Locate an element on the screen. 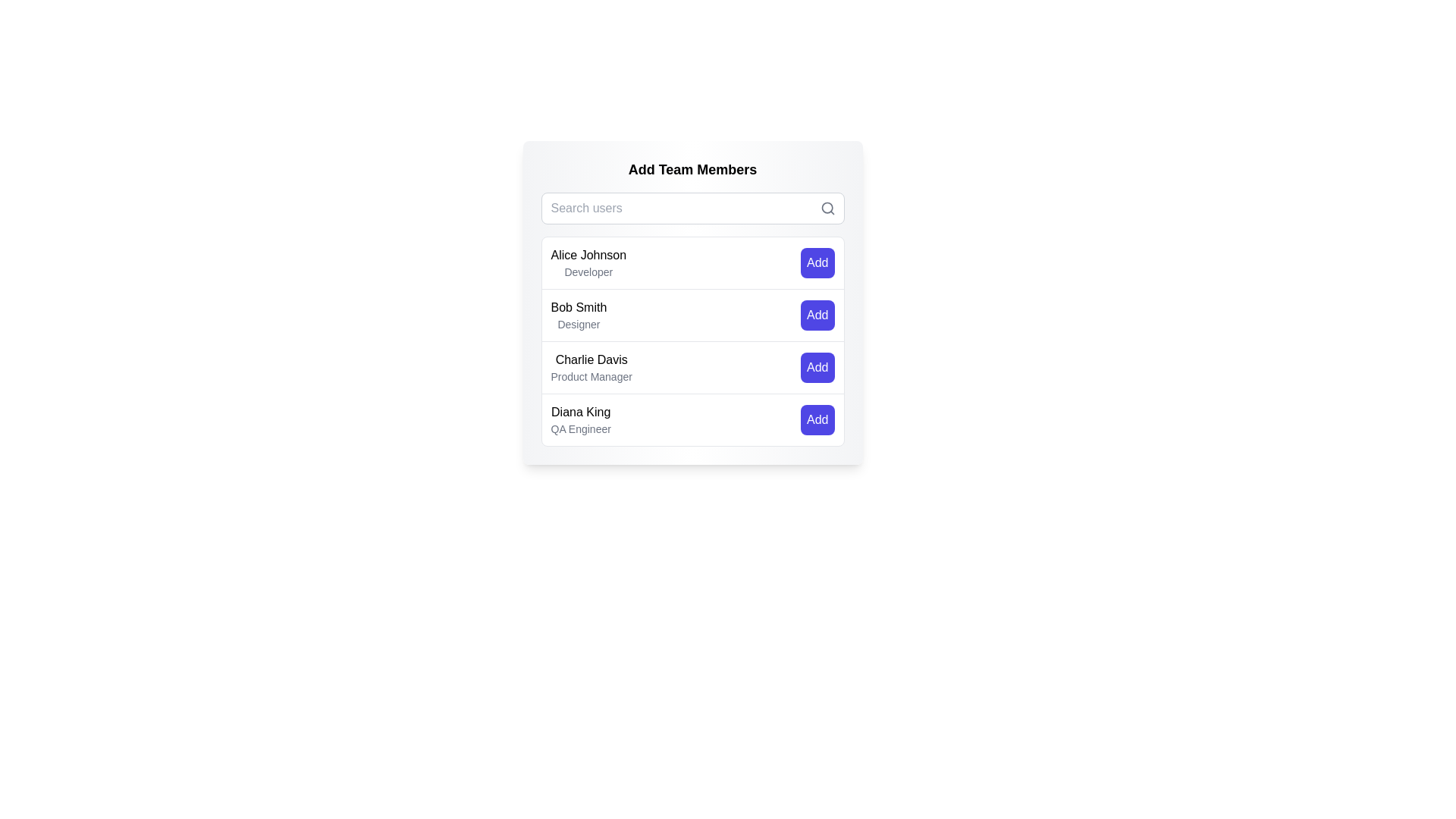  or copy the text 'Bob Smith' and 'Designer' from the second item in the list, which features a blue 'Add' button on the right is located at coordinates (692, 314).